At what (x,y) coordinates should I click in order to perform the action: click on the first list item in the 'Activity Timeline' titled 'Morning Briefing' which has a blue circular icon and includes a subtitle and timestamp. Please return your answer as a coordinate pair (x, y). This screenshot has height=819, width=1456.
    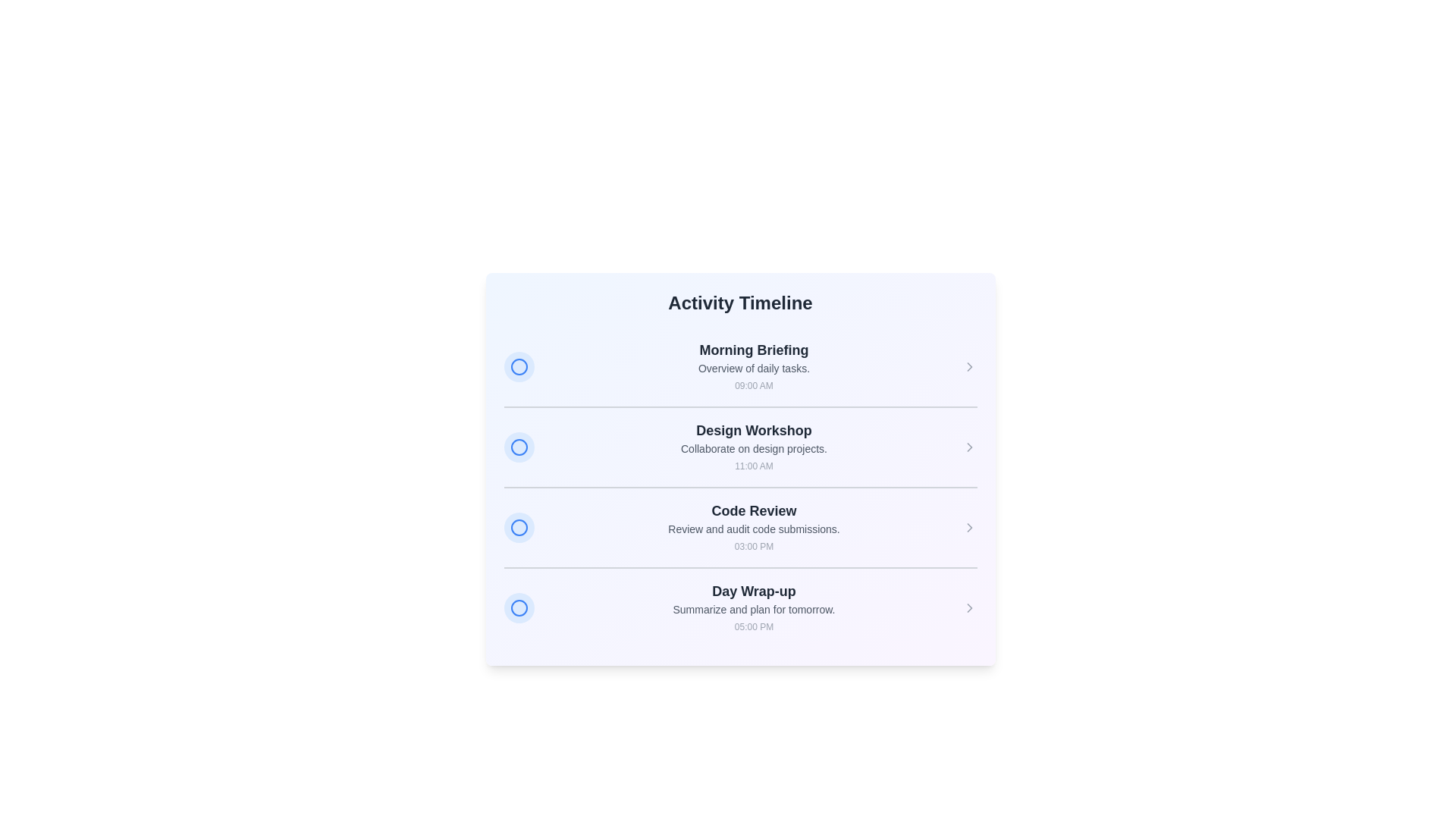
    Looking at the image, I should click on (740, 366).